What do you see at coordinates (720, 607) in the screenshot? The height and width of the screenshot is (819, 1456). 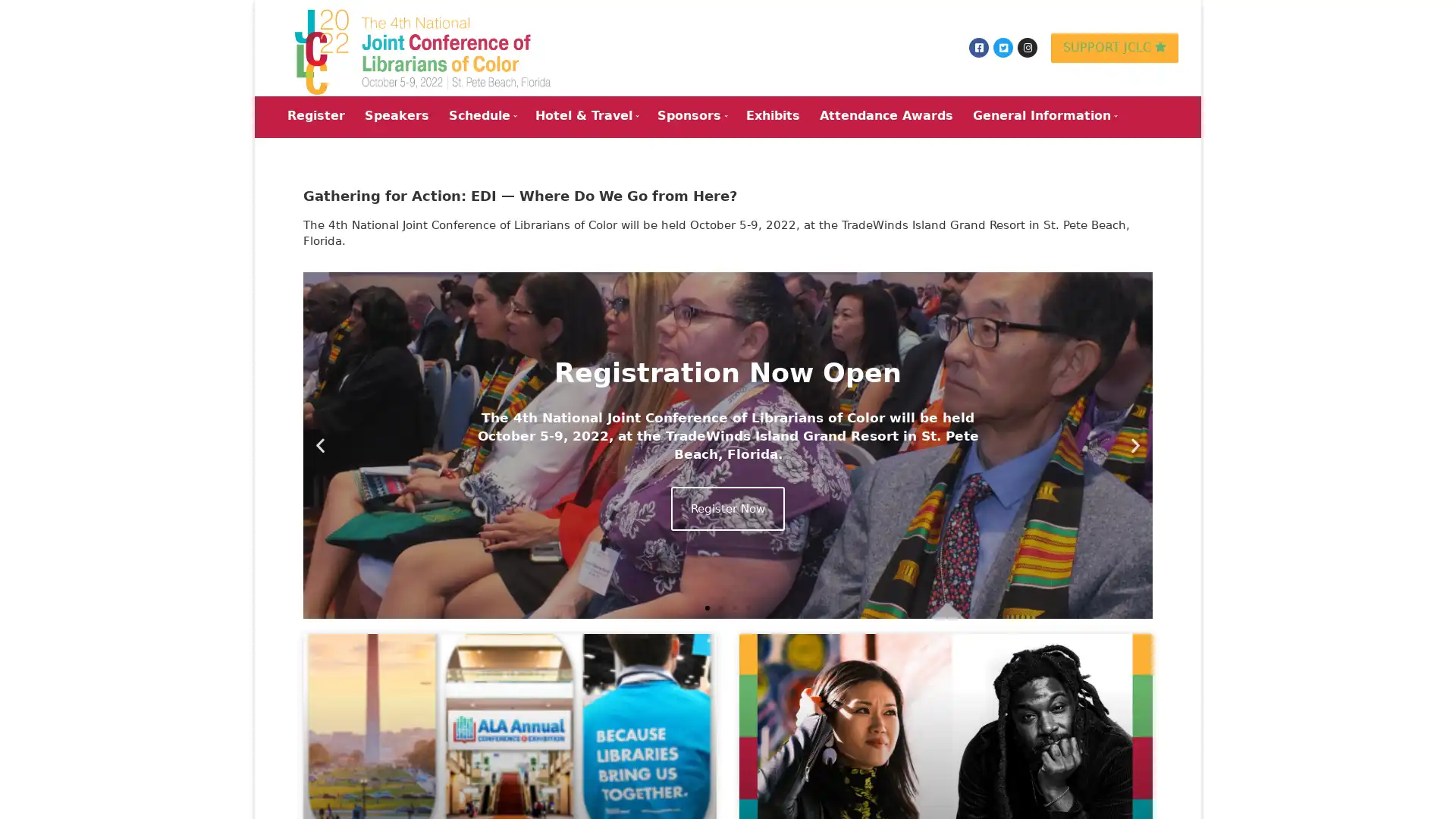 I see `Go to slide 2` at bounding box center [720, 607].